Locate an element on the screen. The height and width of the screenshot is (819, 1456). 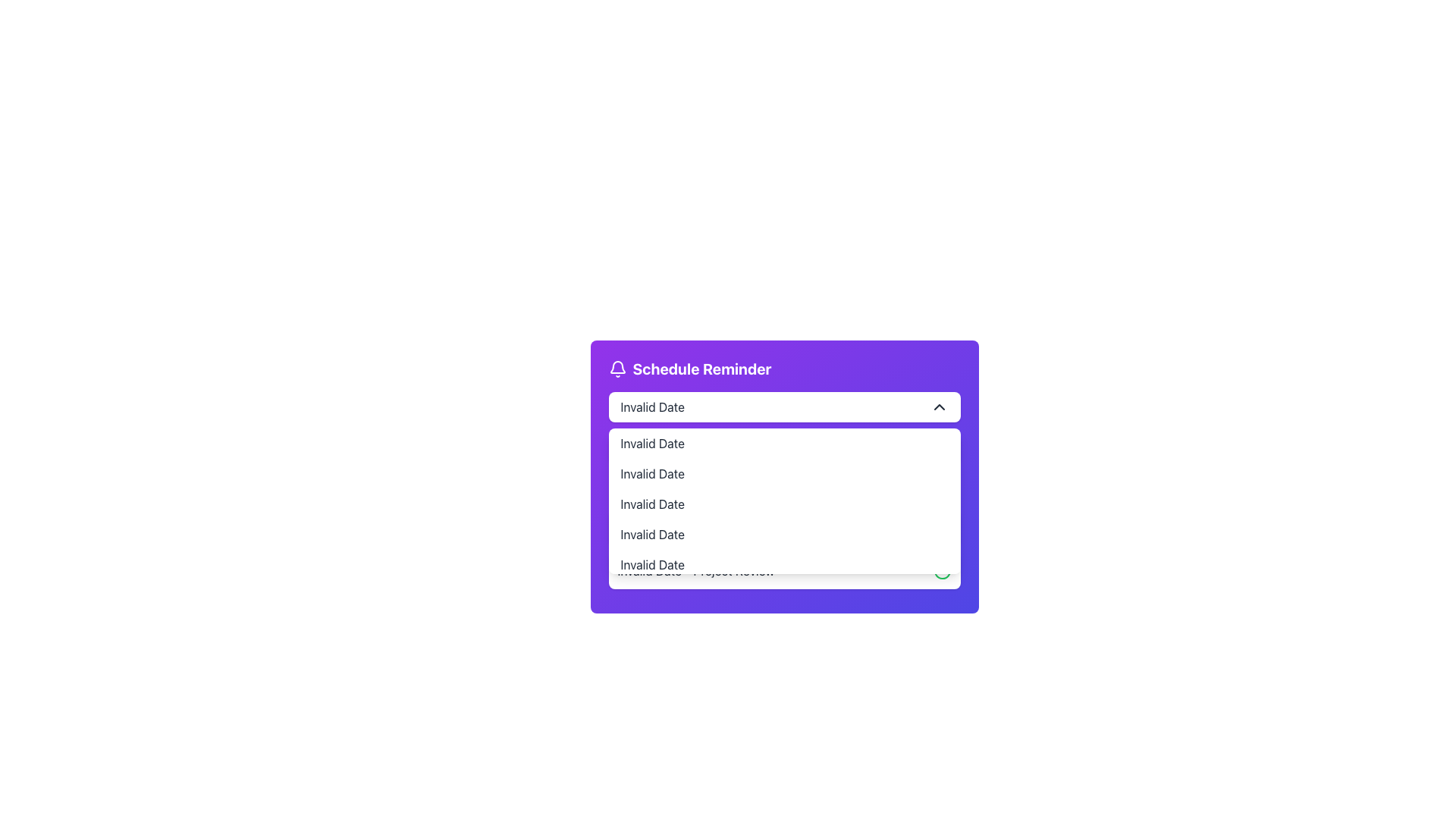
the chevron up icon located on the far right within the 'Invalid Date' text input field is located at coordinates (938, 406).